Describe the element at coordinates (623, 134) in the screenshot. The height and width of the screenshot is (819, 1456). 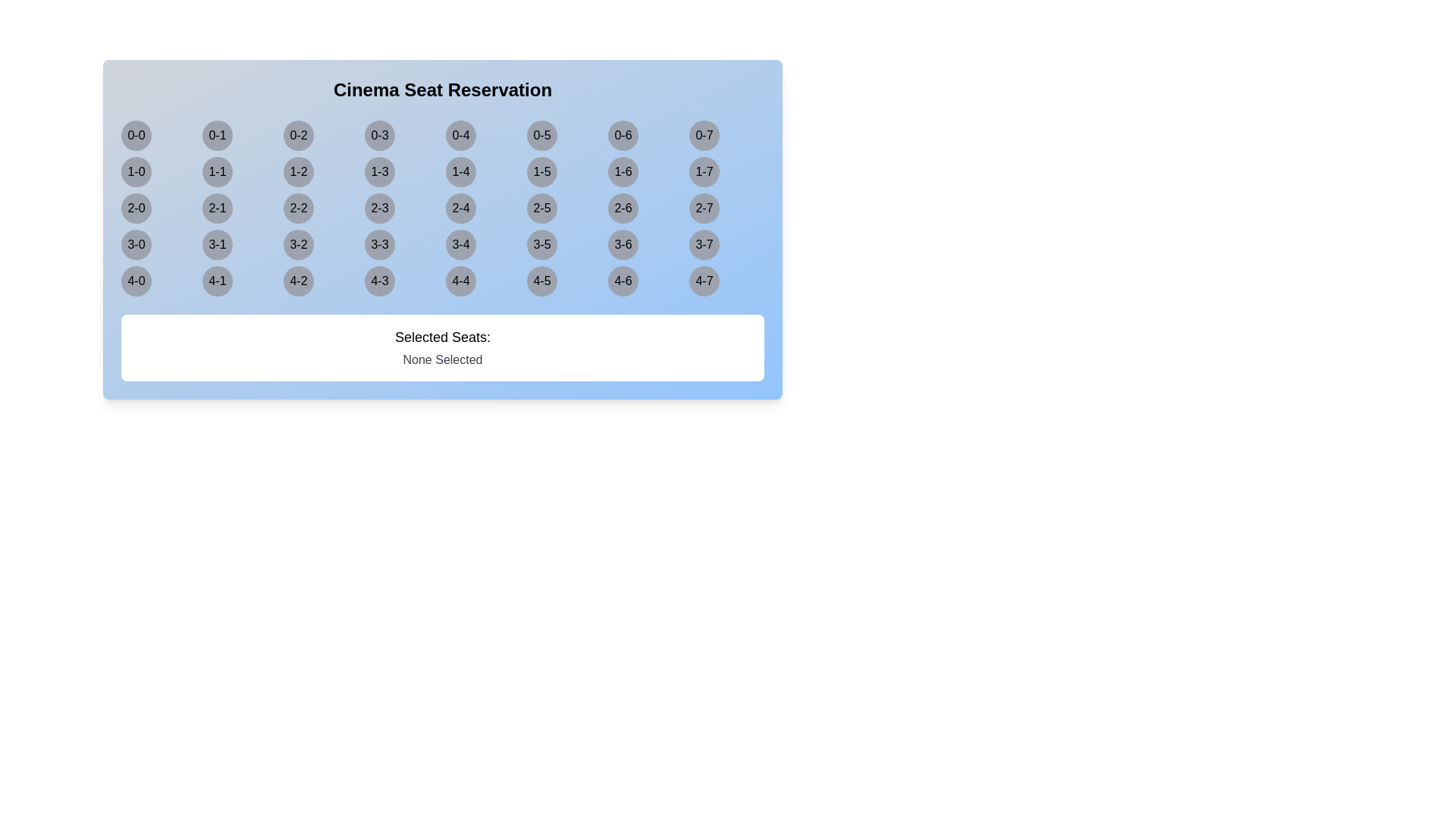
I see `the selectable seat option button located in the first row and seventh column of the cinema seat reservation system` at that location.